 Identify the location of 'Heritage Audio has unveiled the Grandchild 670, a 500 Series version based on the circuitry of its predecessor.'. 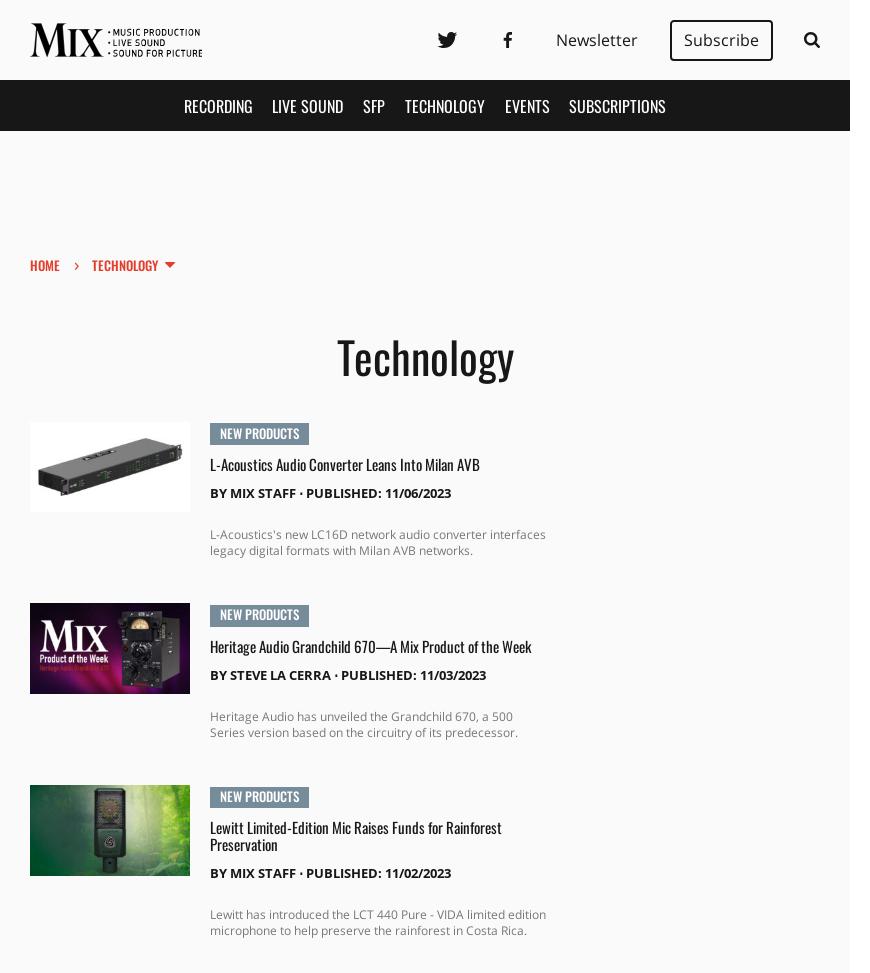
(207, 723).